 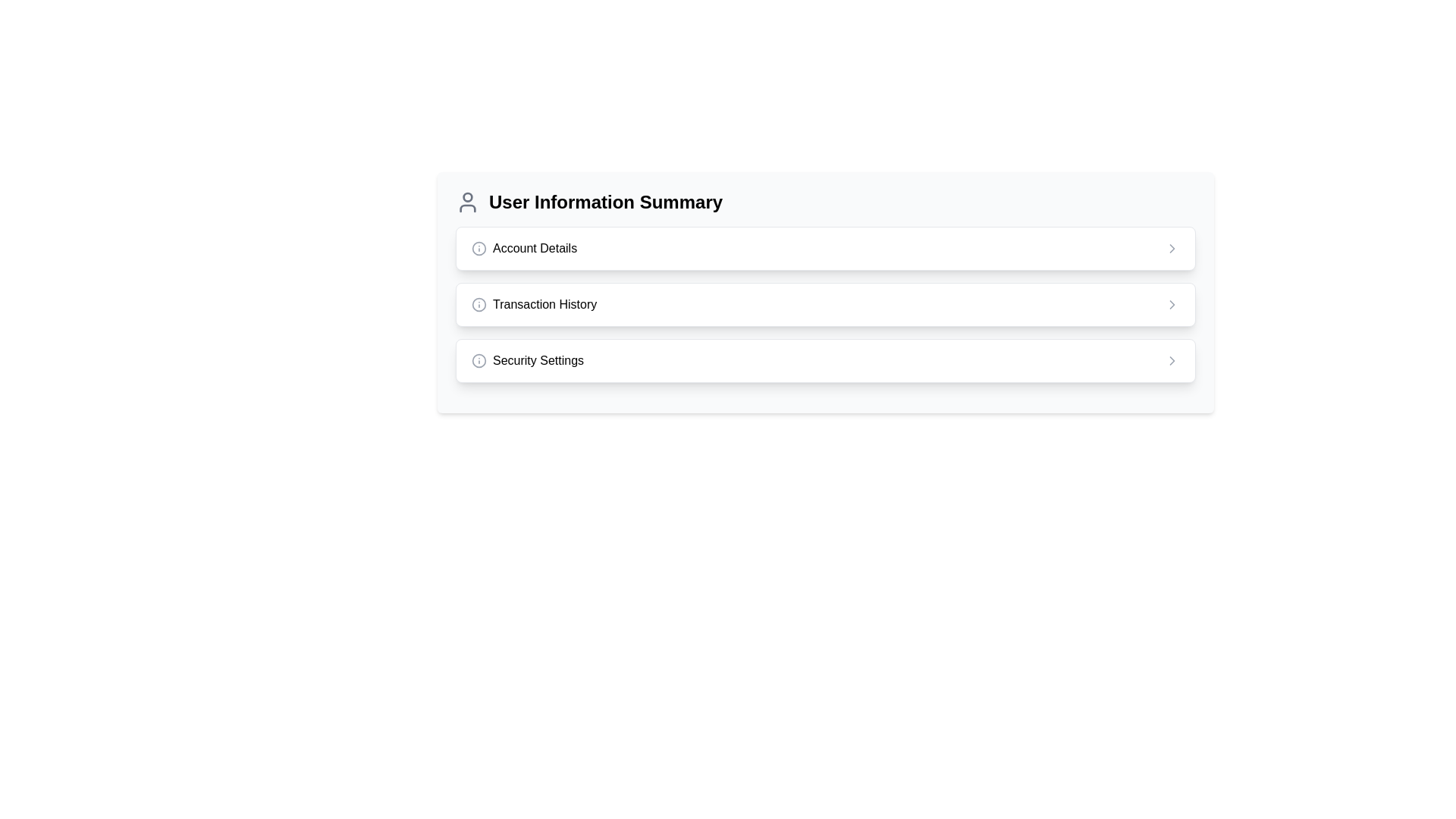 What do you see at coordinates (479, 247) in the screenshot?
I see `attributes of the icon with a circular border and an exclamation mark, located to the left of 'Account Details' in the vertical list of sections, using developer tools` at bounding box center [479, 247].